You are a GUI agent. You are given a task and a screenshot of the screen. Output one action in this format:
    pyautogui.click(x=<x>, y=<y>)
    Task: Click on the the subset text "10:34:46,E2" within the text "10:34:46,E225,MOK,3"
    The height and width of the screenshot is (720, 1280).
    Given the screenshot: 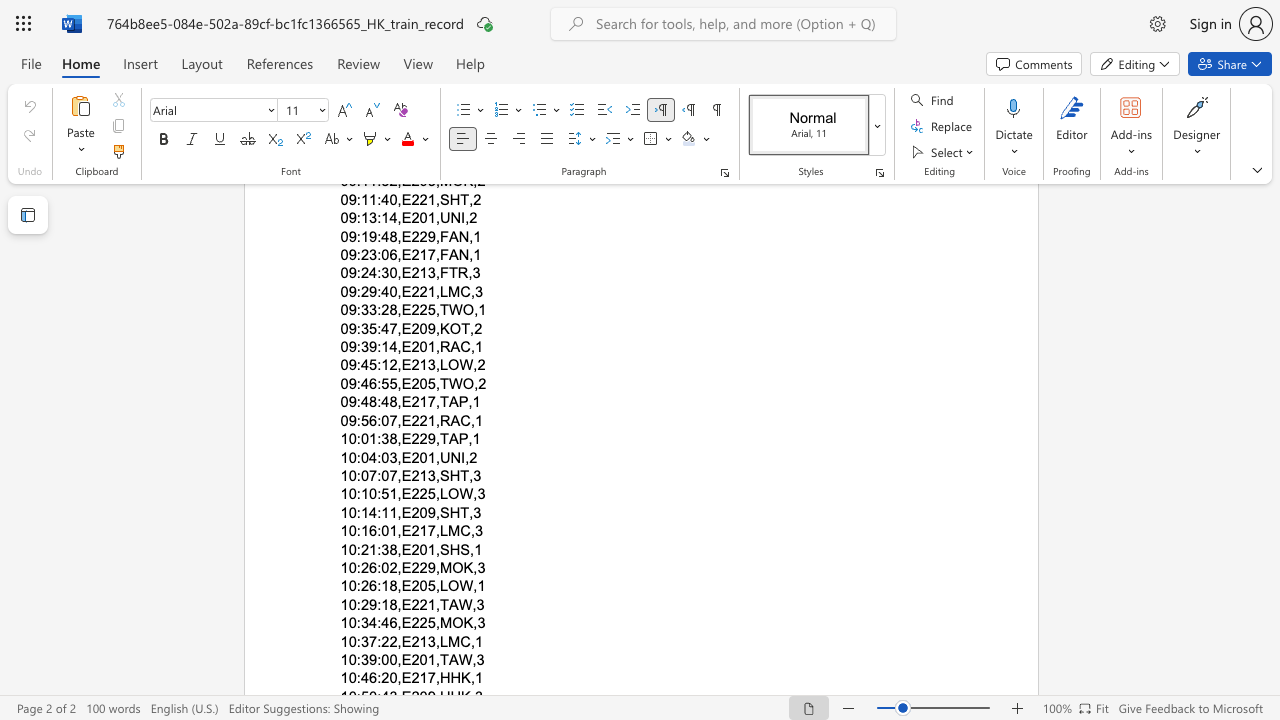 What is the action you would take?
    pyautogui.click(x=340, y=622)
    